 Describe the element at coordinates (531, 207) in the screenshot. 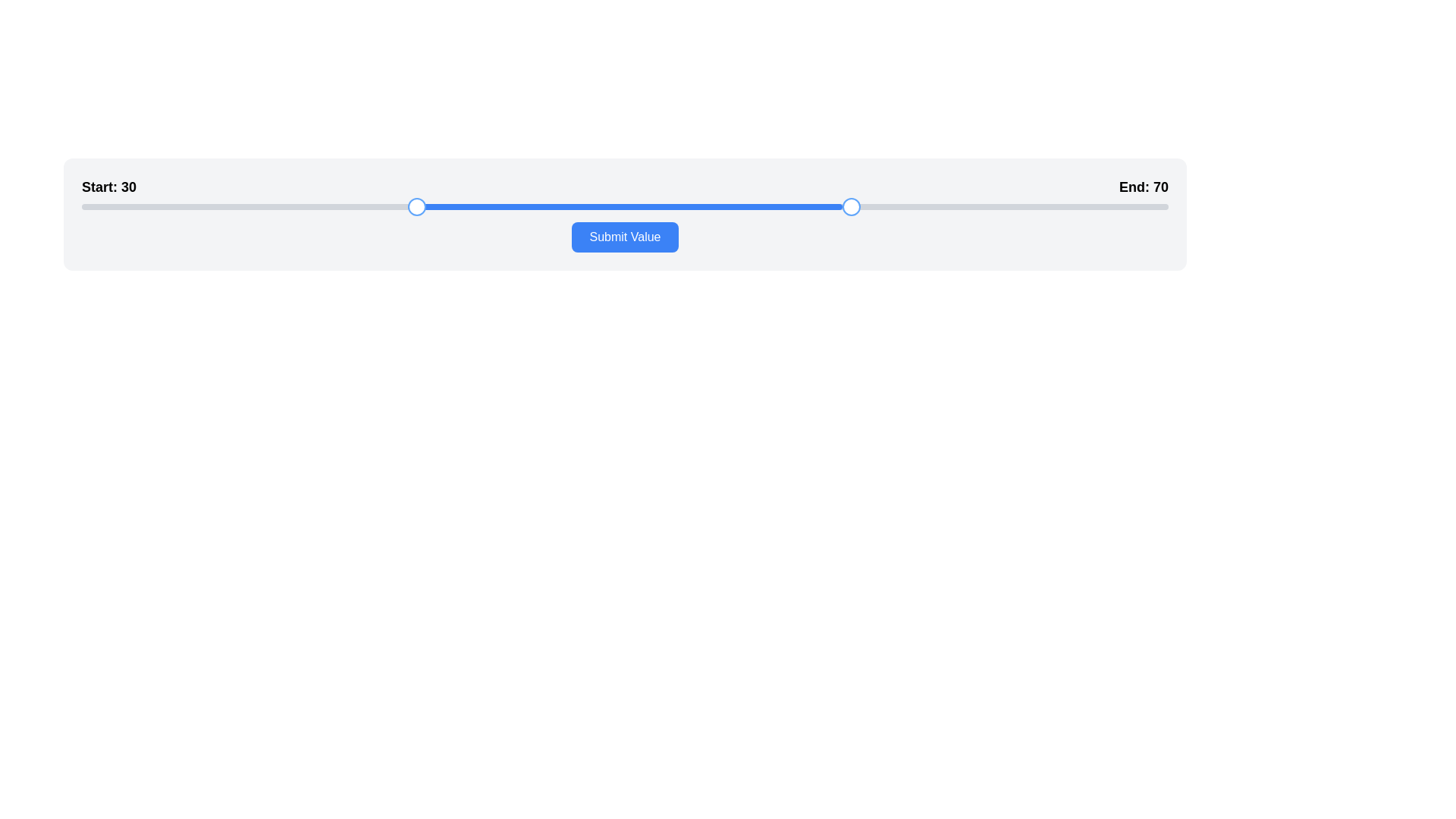

I see `slider position` at that location.